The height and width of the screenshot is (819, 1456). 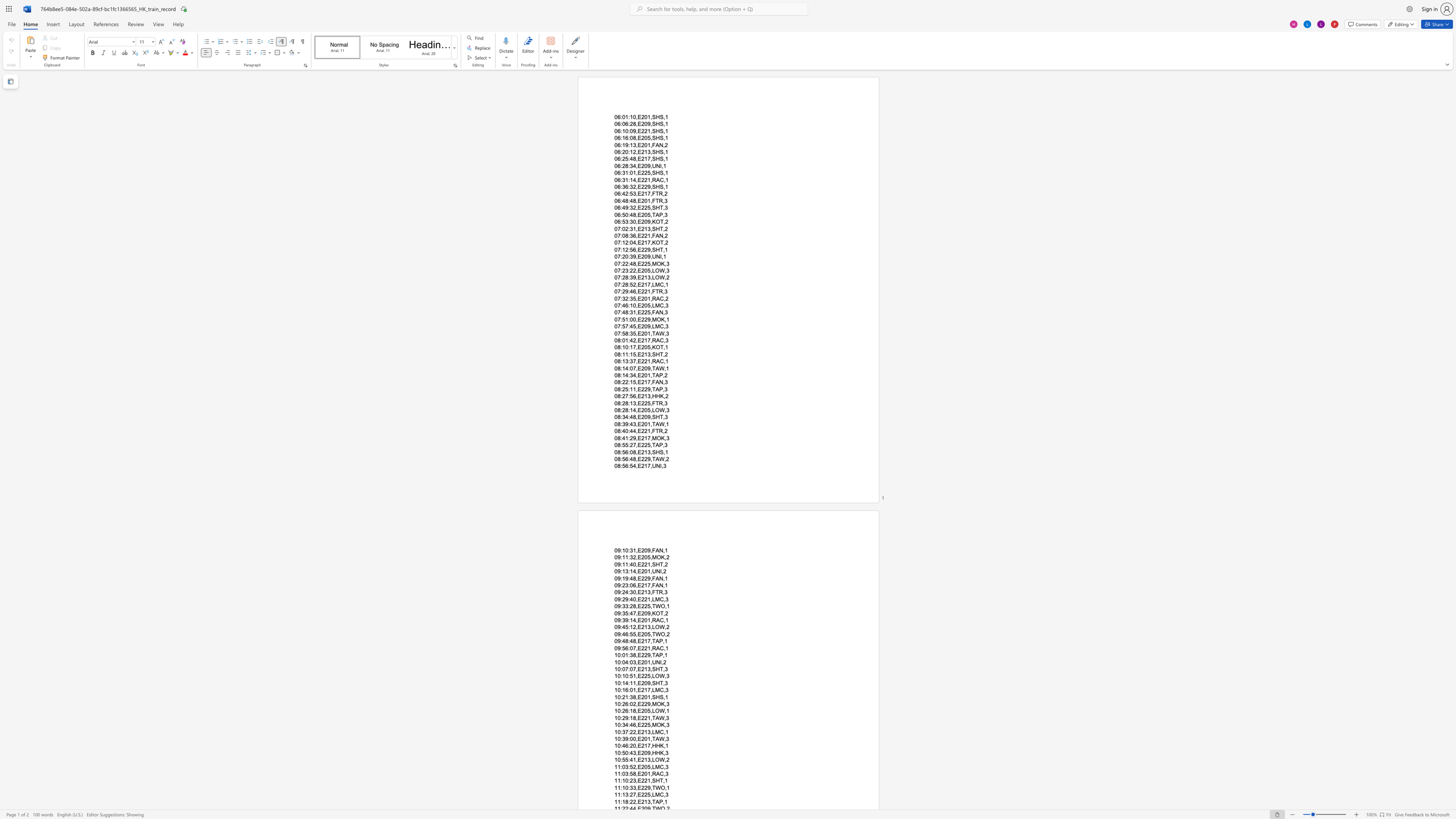 I want to click on the subset text "12:56,E229,SHT,1" within the text "07:12:56,E229,SHT,1", so click(x=622, y=249).